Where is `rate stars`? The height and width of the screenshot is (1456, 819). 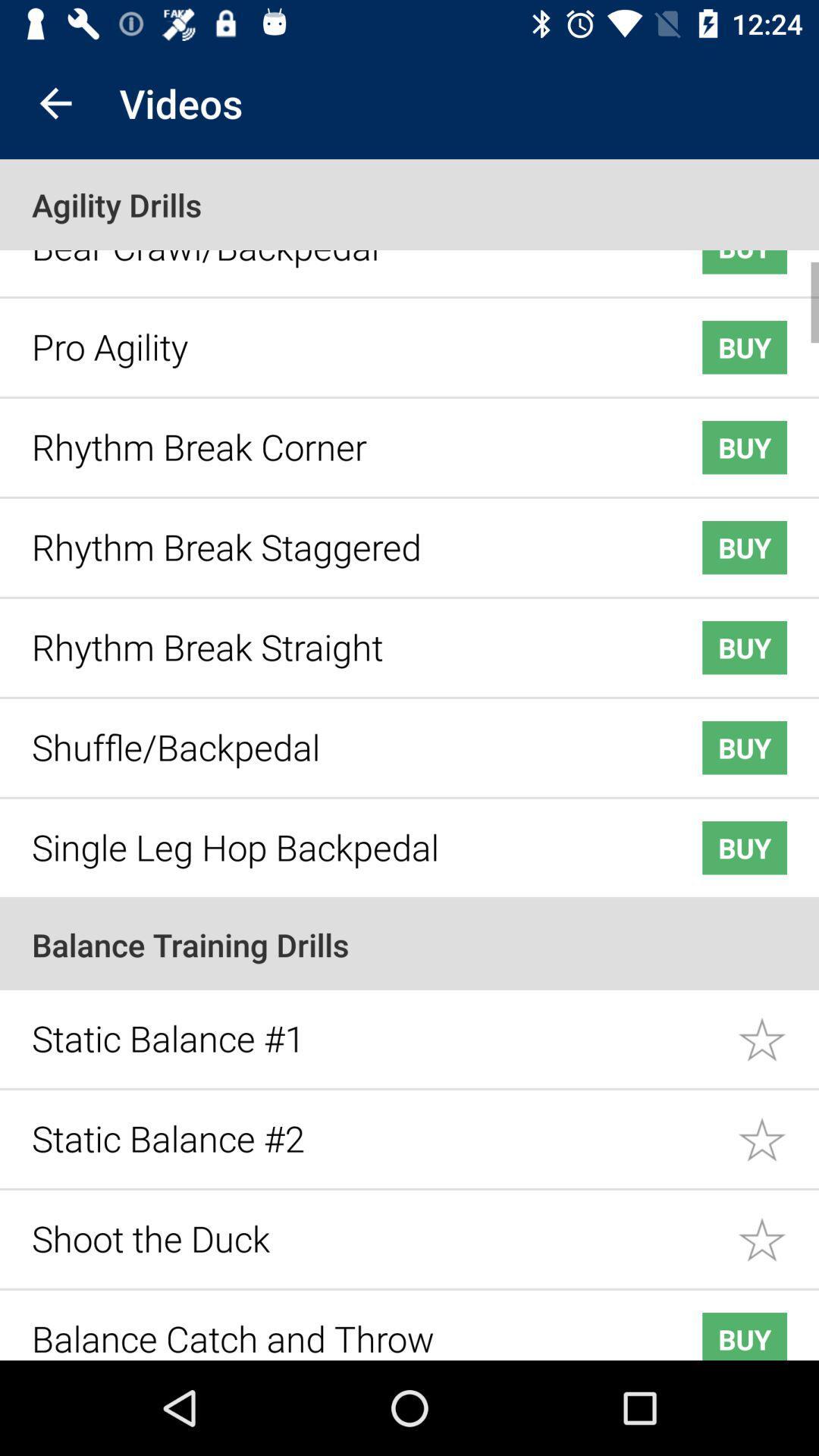
rate stars is located at coordinates (778, 1028).